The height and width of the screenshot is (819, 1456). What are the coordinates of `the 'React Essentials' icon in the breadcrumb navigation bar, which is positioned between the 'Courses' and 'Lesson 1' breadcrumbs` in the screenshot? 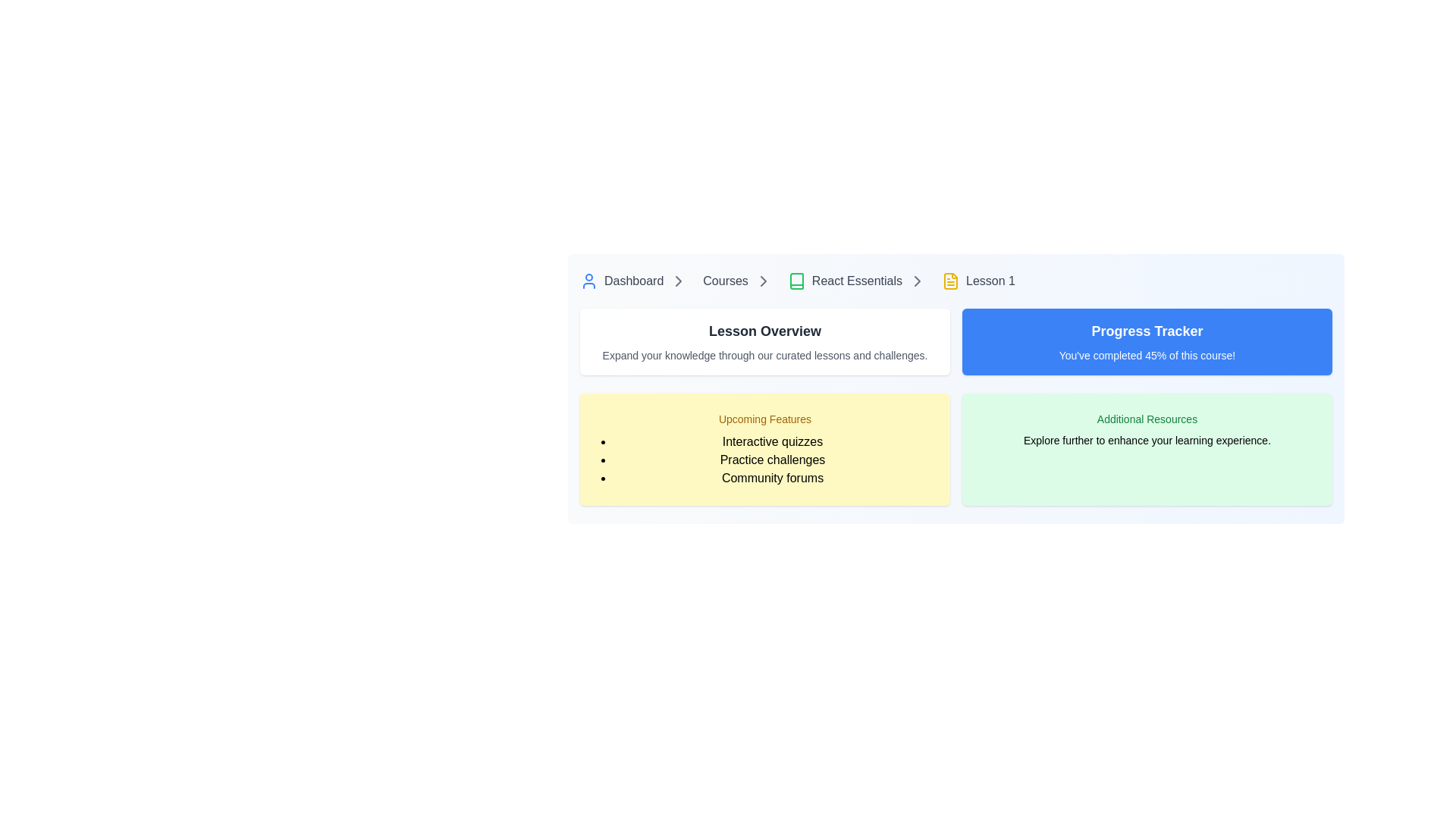 It's located at (795, 281).